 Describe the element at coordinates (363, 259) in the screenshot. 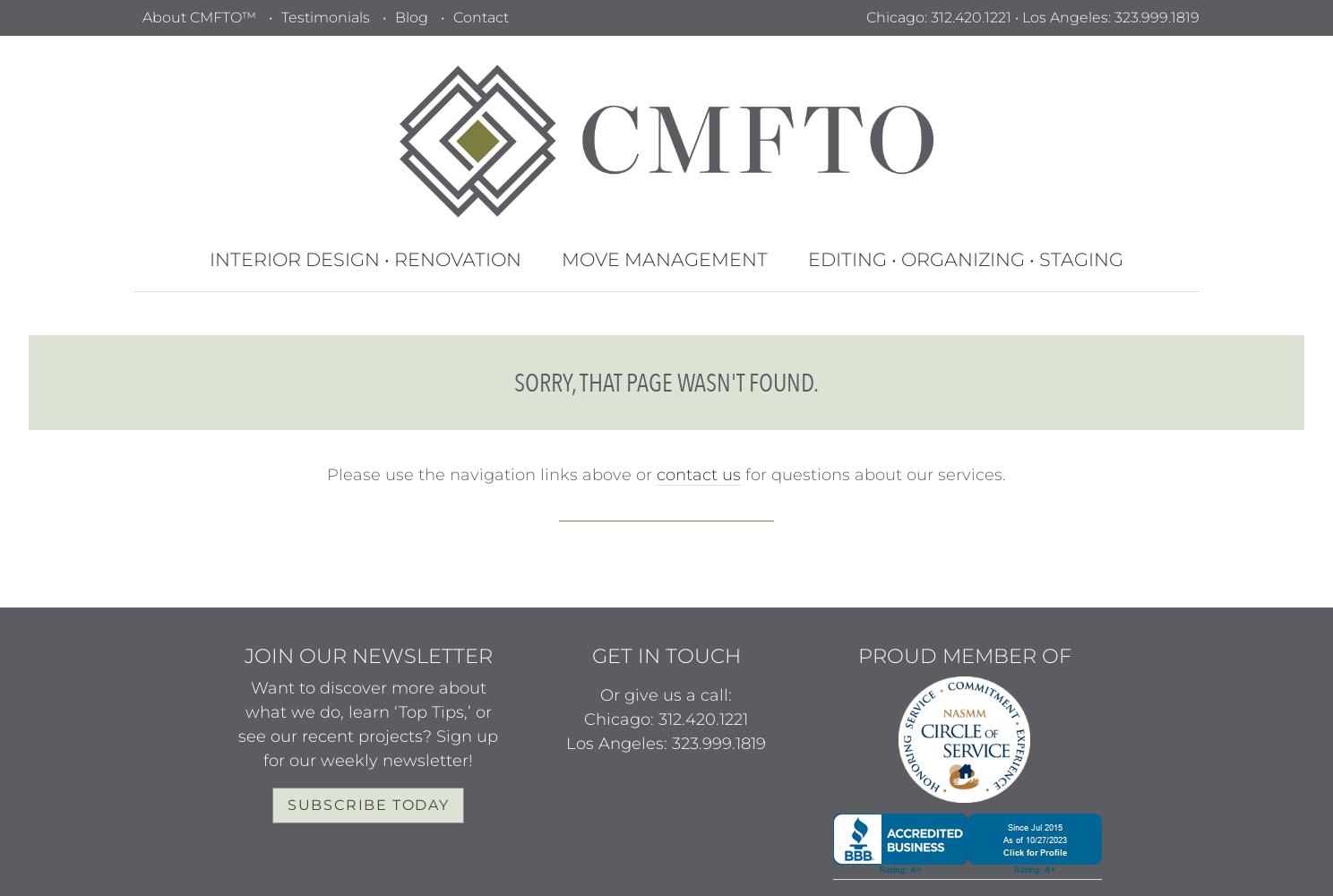

I see `'Interior Design • Renovation'` at that location.